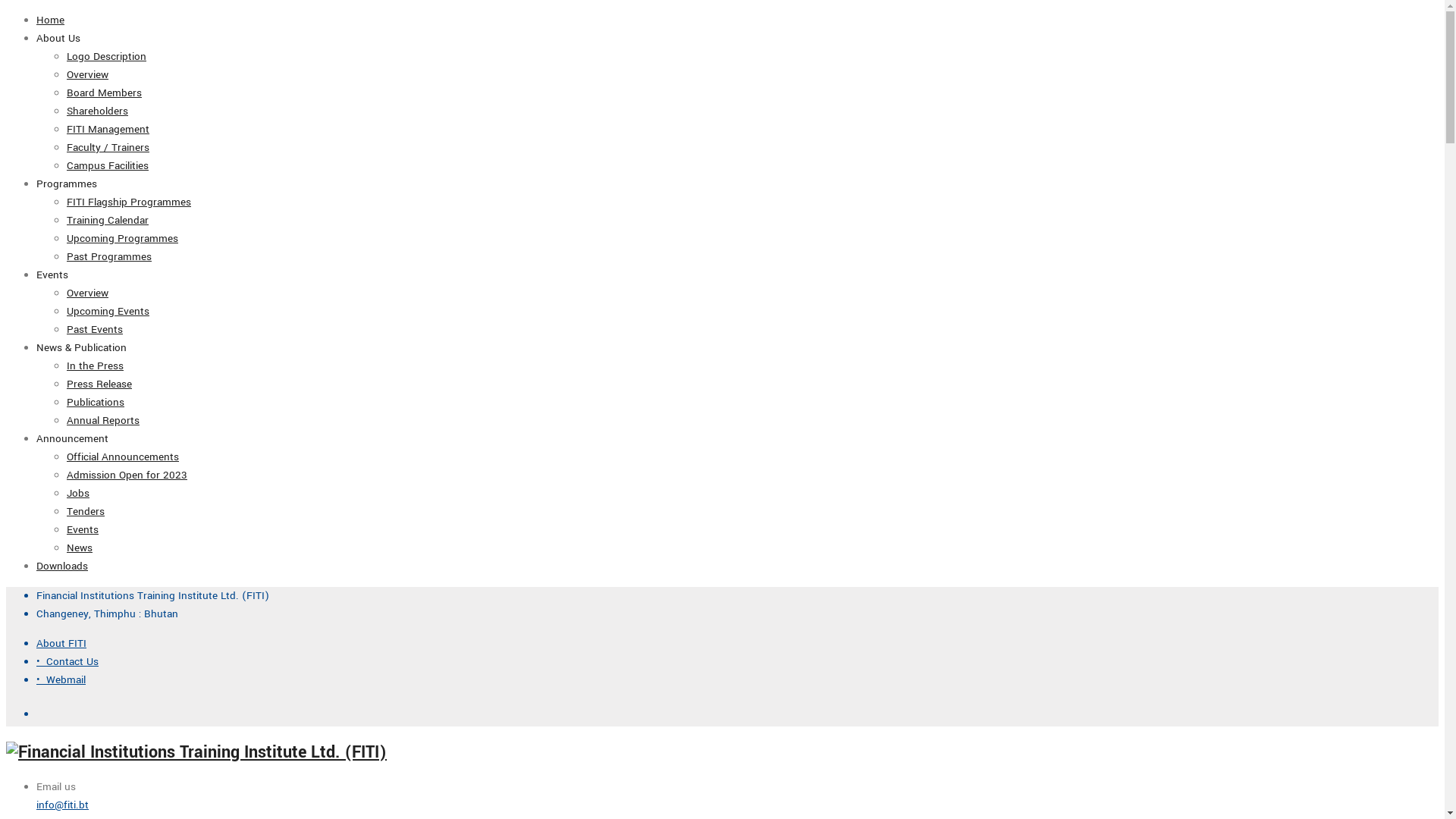 The image size is (1456, 819). Describe the element at coordinates (93, 328) in the screenshot. I see `'Past Events'` at that location.